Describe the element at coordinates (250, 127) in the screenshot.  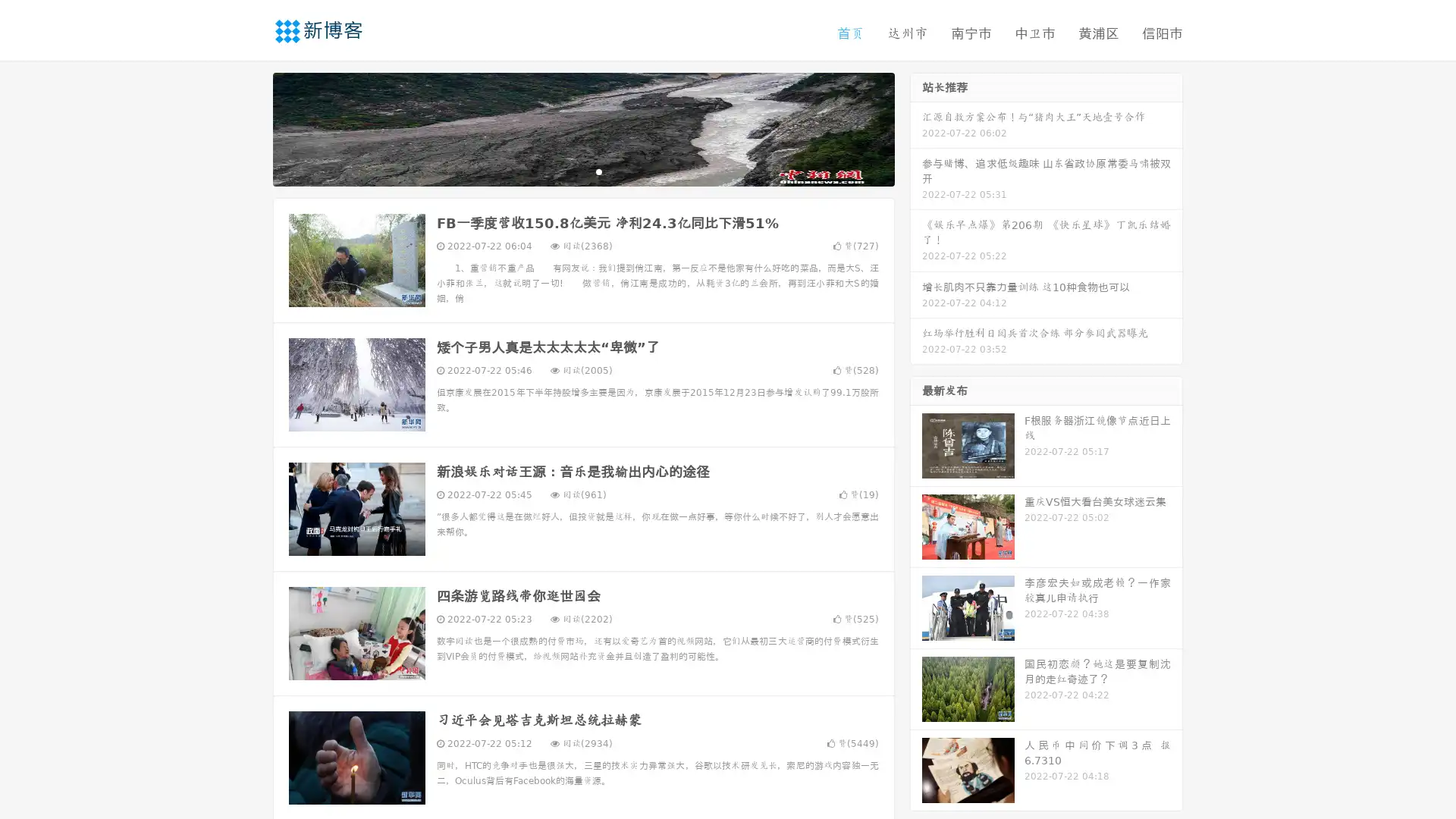
I see `Previous slide` at that location.